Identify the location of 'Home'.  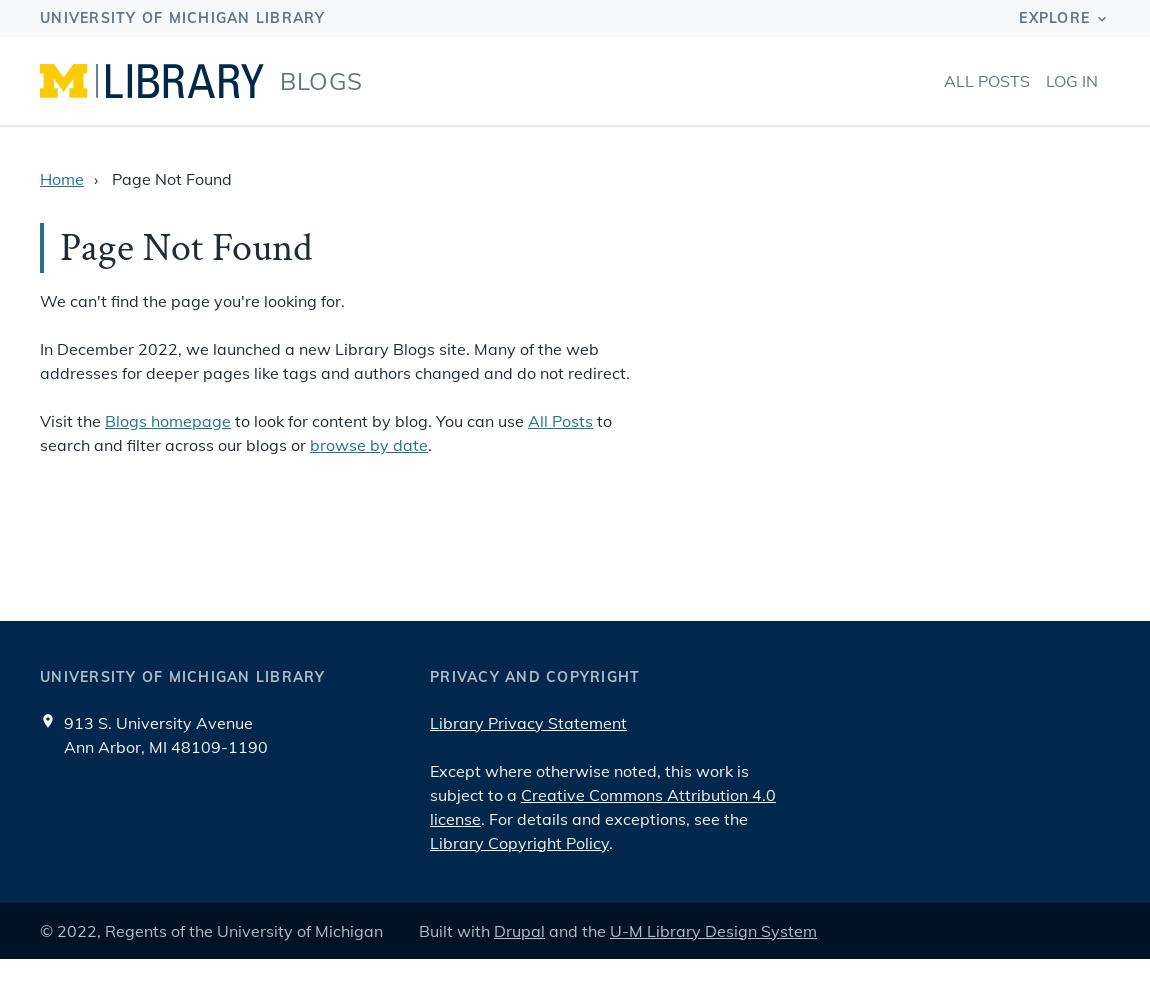
(60, 179).